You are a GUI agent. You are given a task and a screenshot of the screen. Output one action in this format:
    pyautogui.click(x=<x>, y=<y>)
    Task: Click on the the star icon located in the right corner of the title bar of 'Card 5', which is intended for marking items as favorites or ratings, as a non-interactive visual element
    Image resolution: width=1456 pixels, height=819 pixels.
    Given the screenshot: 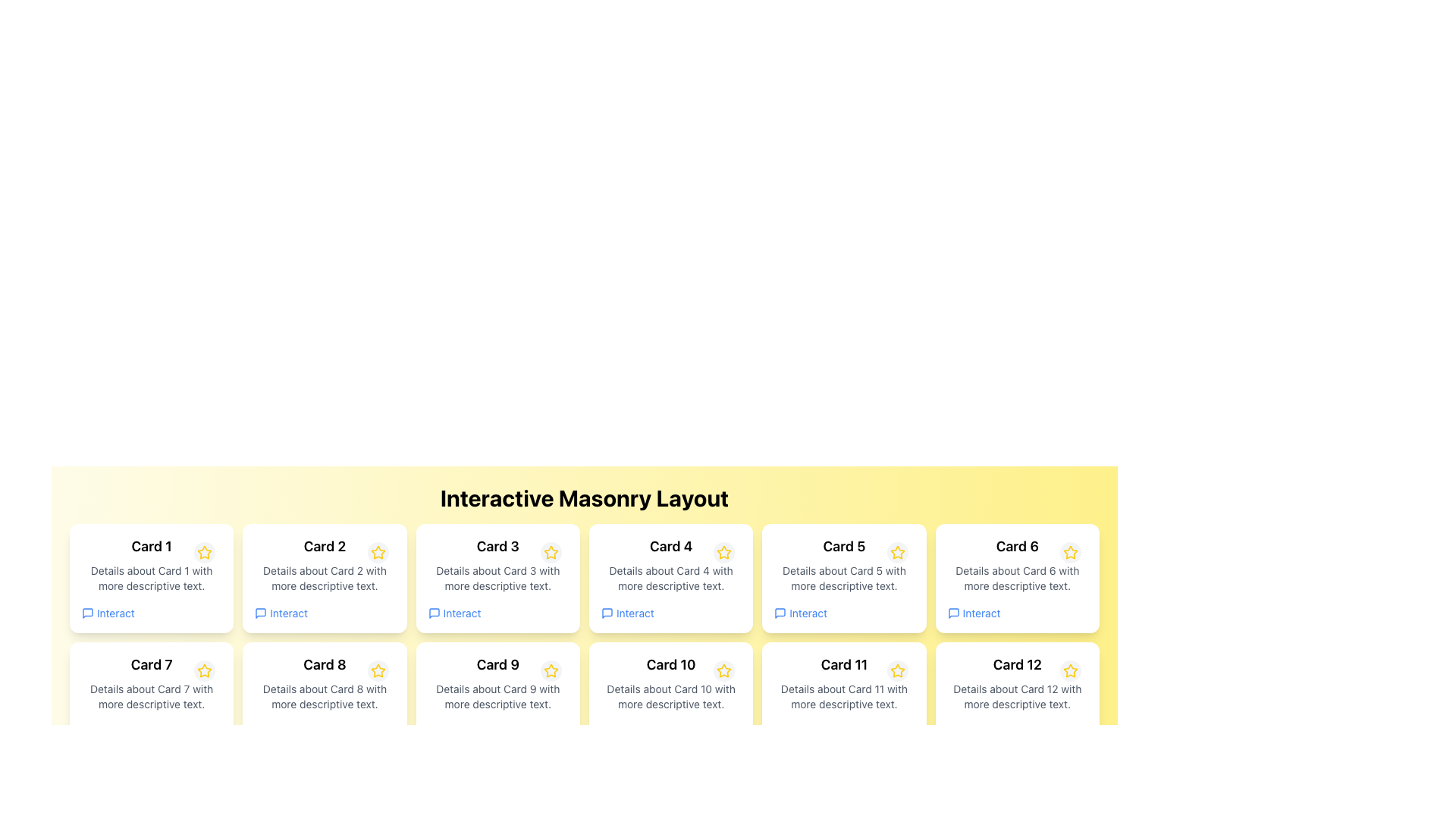 What is the action you would take?
    pyautogui.click(x=897, y=552)
    